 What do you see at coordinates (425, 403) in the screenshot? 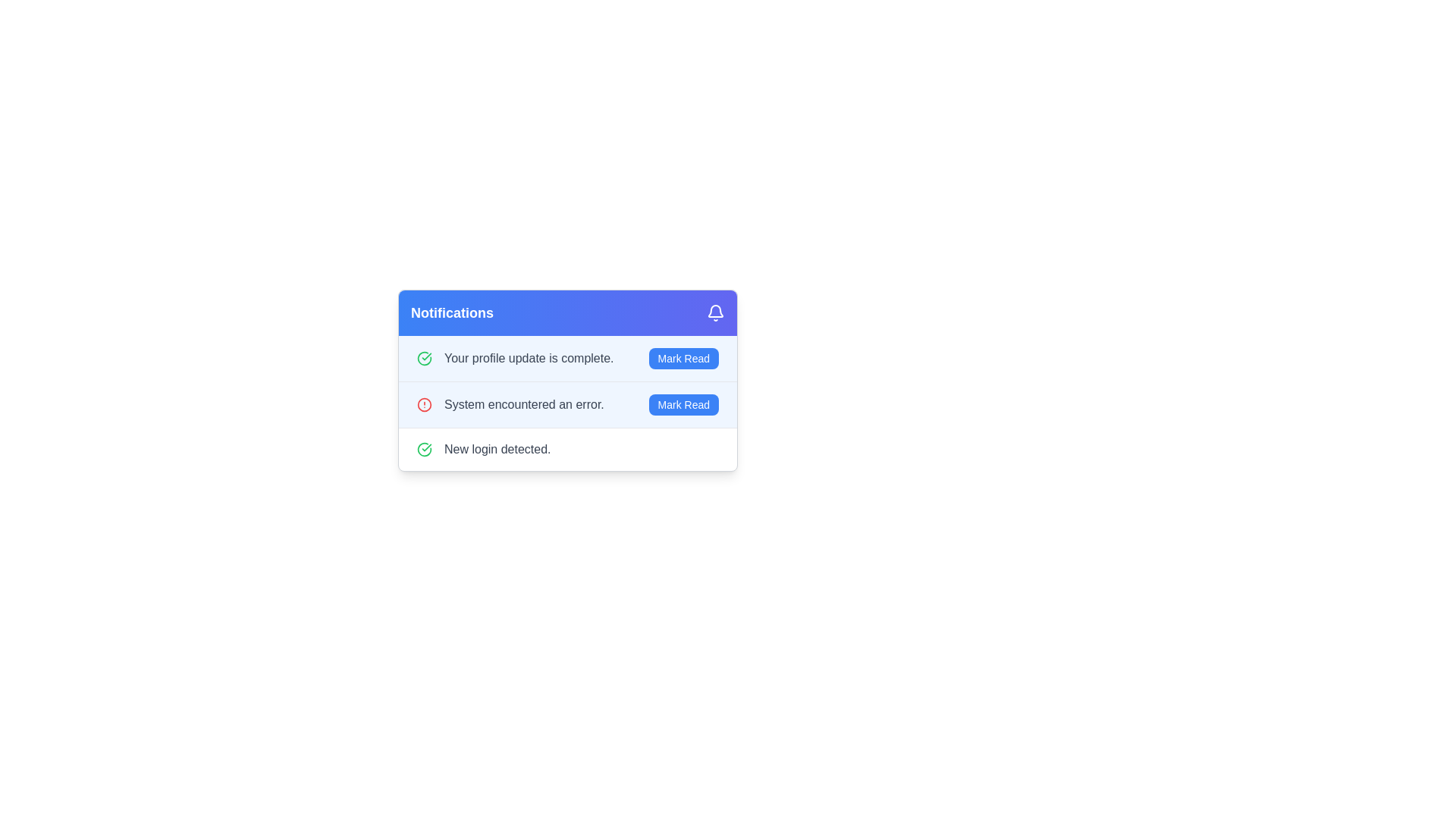
I see `the red-filled circular shape in the notification interface that signifies an alert or error, located to the left of the text 'System encountered an error.'` at bounding box center [425, 403].